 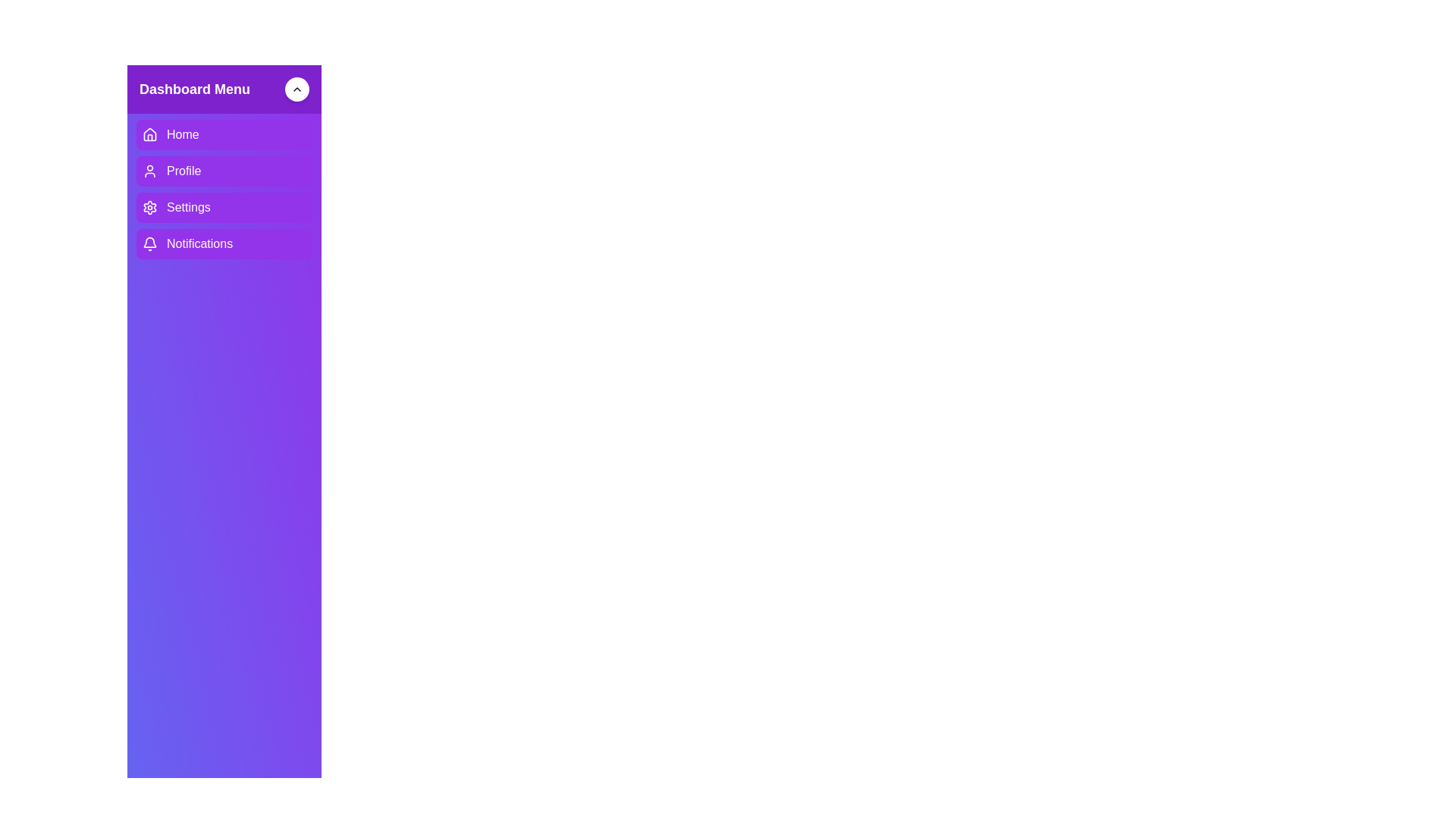 I want to click on the 'Settings' menu item with a purple background in the vertical navigation sidebar, which is the third item in the list, so click(x=224, y=207).